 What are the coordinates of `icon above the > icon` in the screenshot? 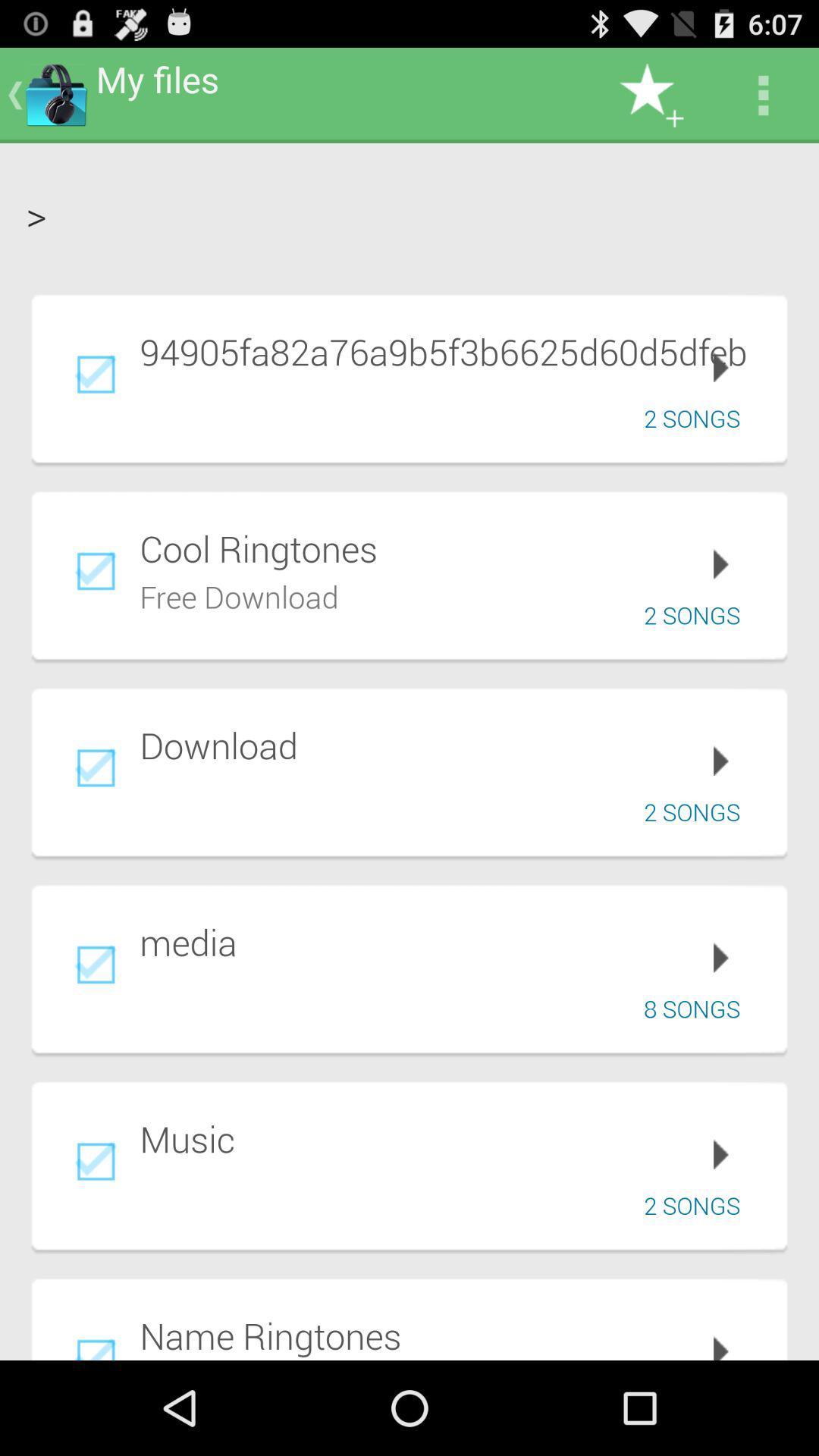 It's located at (763, 94).